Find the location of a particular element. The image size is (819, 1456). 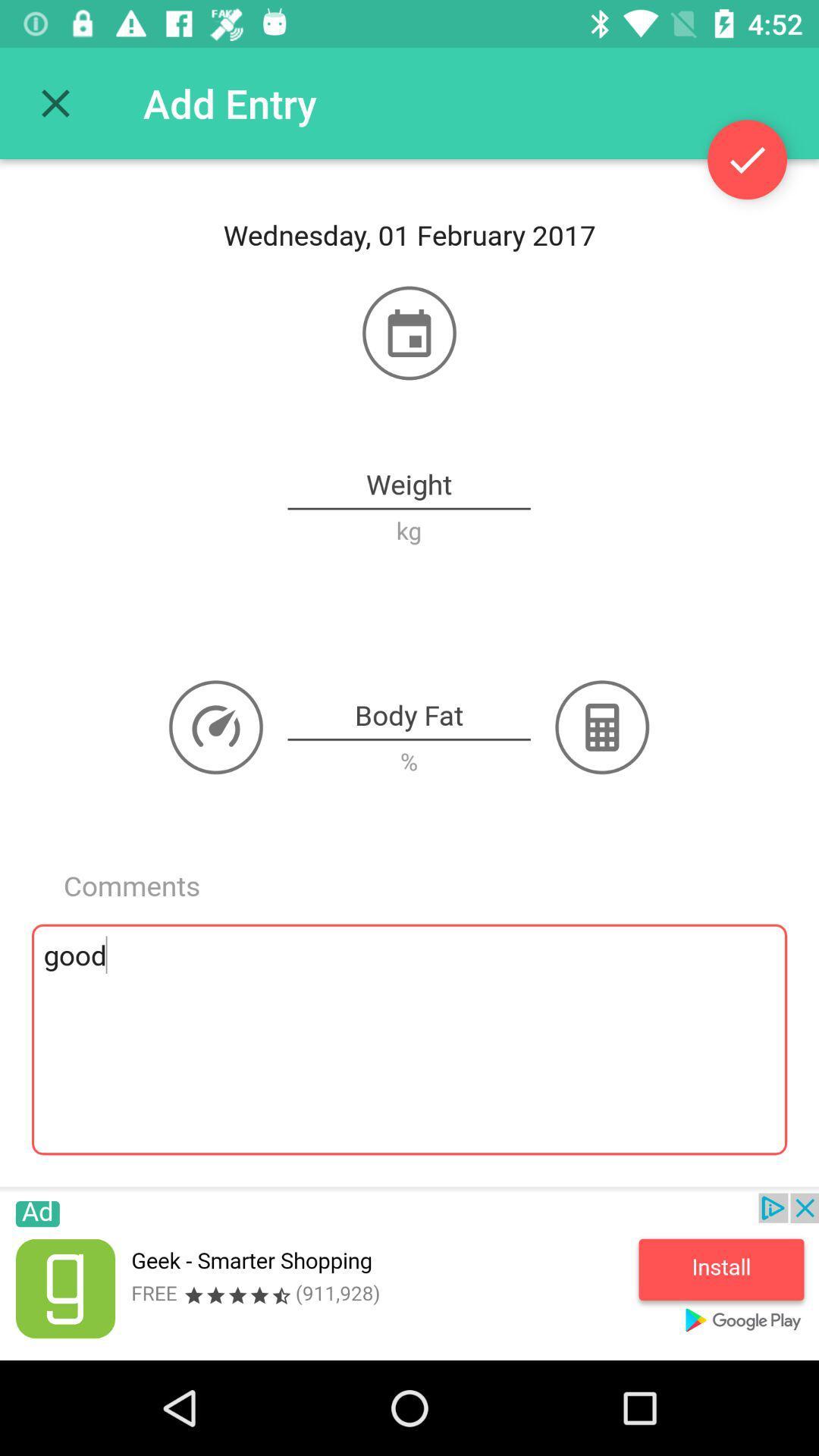

scale option is located at coordinates (216, 726).